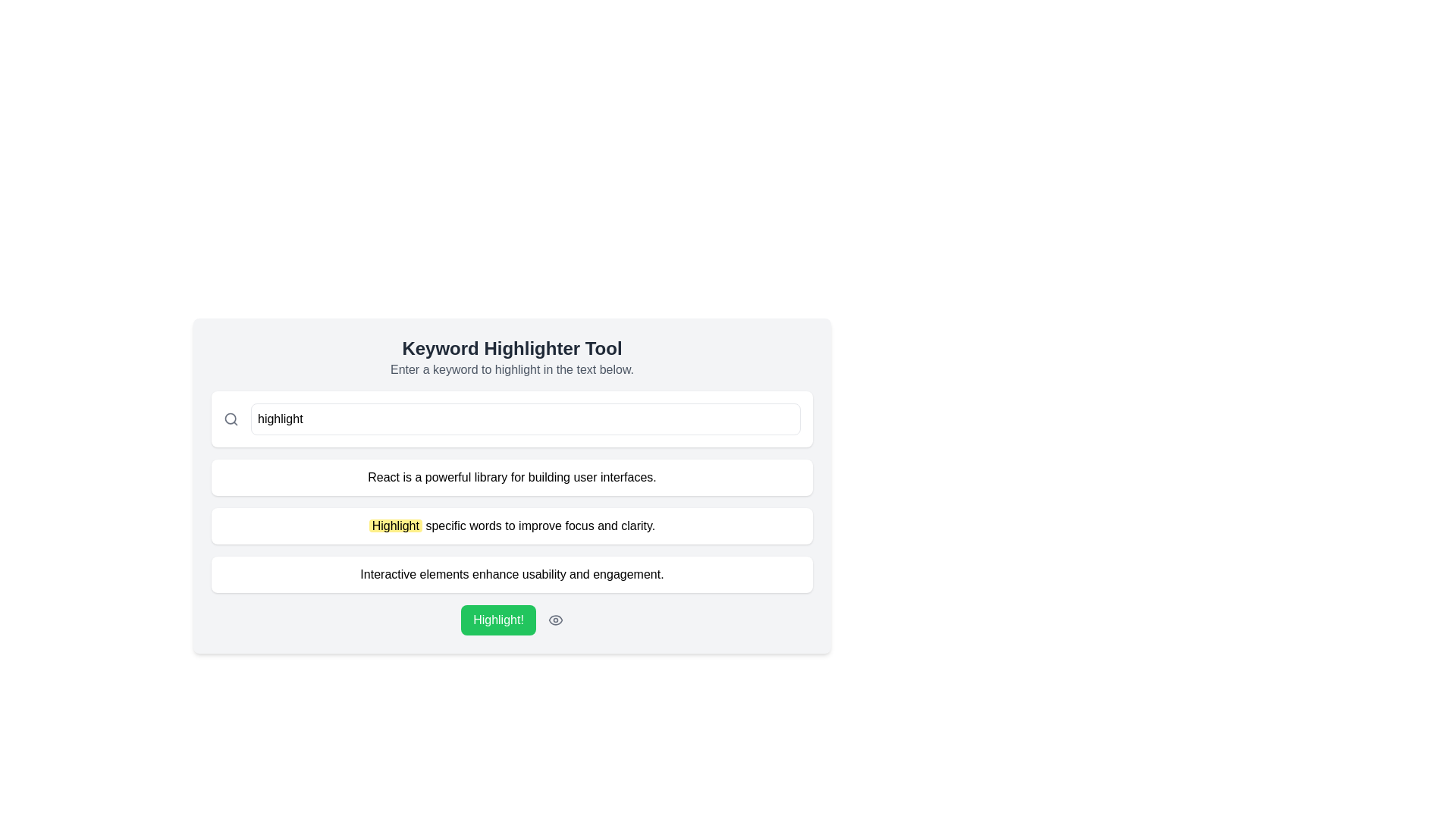 This screenshot has height=819, width=1456. What do you see at coordinates (512, 526) in the screenshot?
I see `the second text block containing the paragraph 'Highlight specific words to improve focus and clarity.' which has a white background and rounded corners` at bounding box center [512, 526].